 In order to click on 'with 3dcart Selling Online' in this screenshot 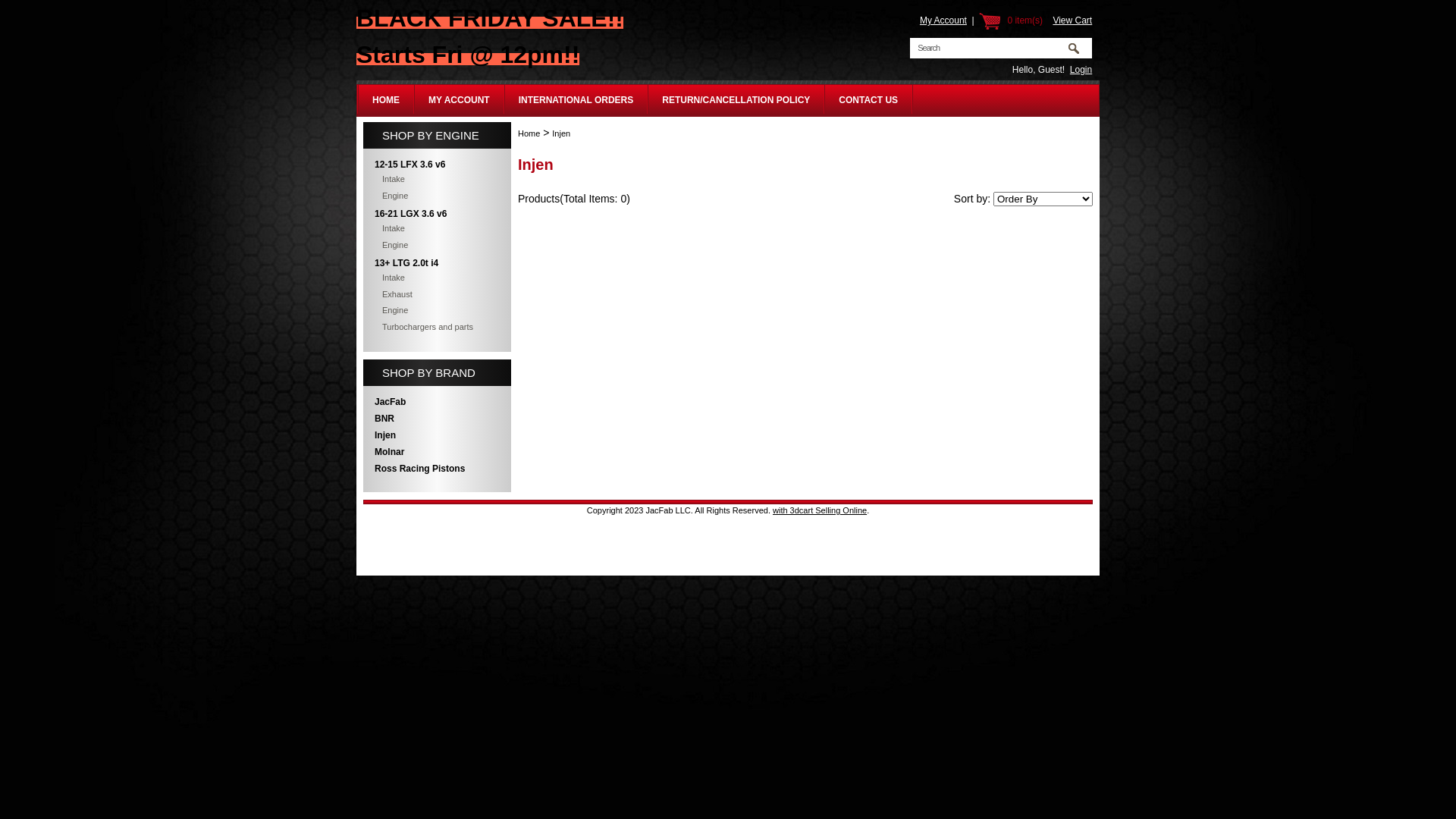, I will do `click(772, 510)`.